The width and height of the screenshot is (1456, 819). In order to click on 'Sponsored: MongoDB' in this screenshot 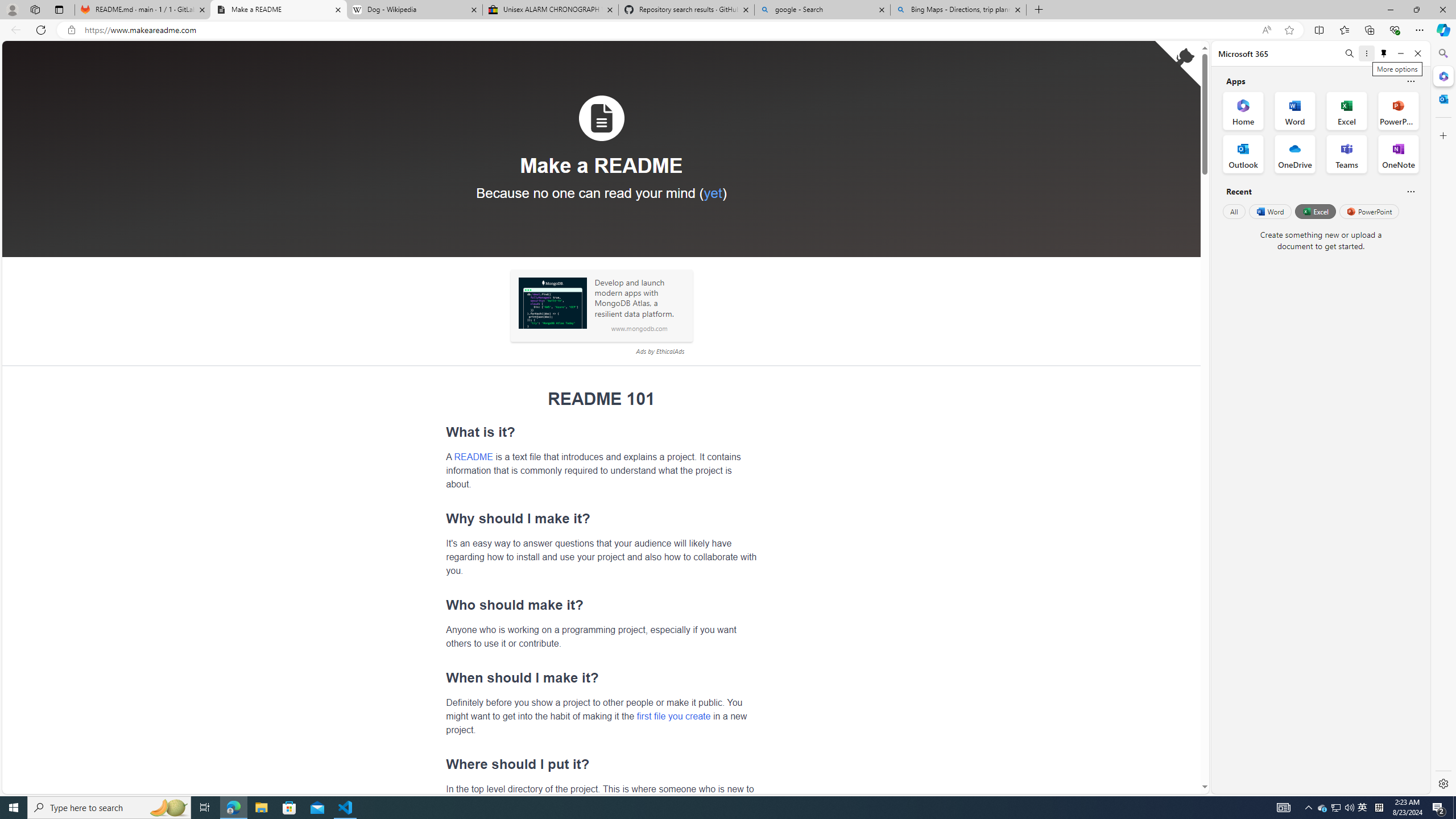, I will do `click(552, 303)`.